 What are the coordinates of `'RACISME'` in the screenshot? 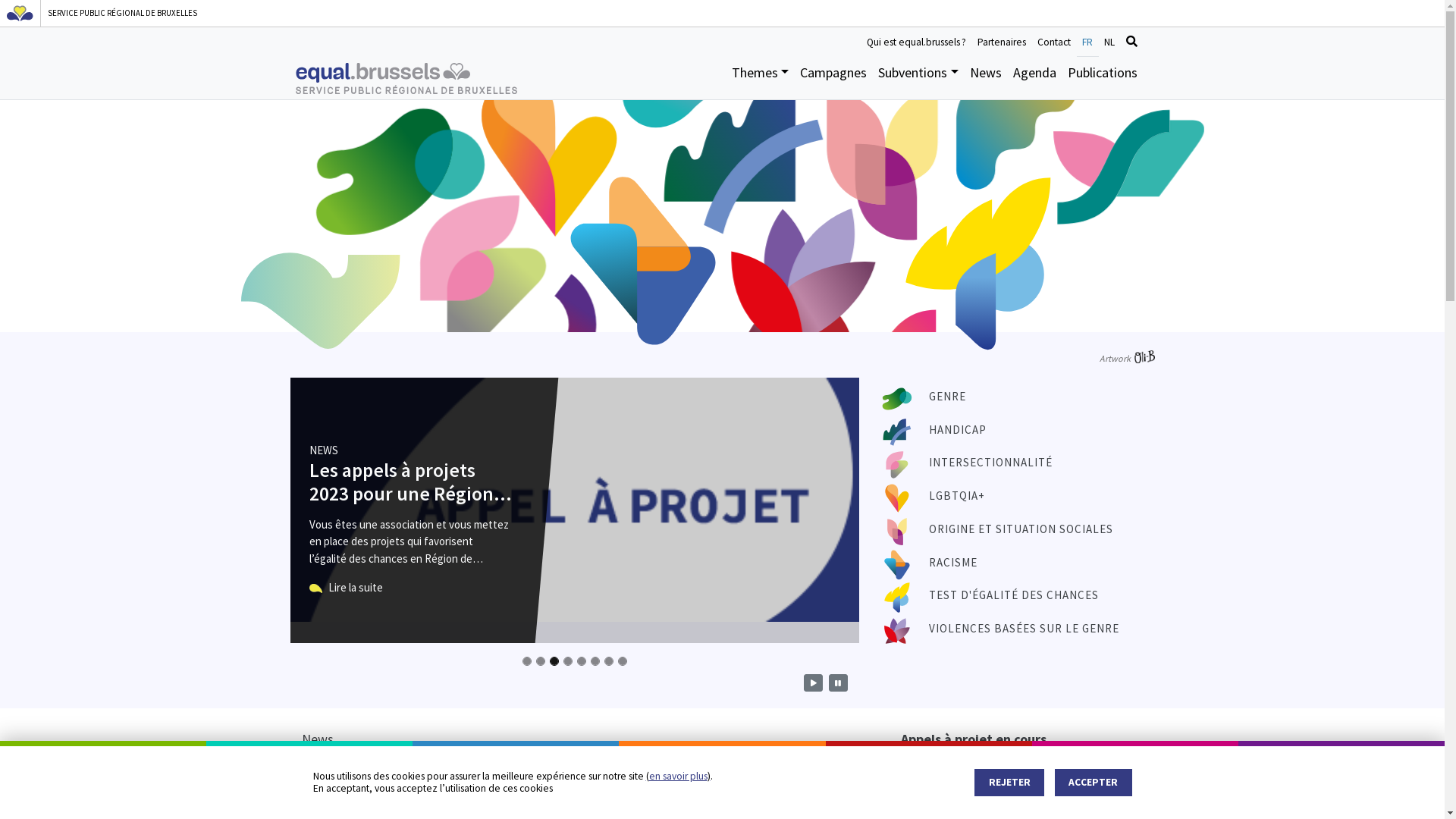 It's located at (952, 562).